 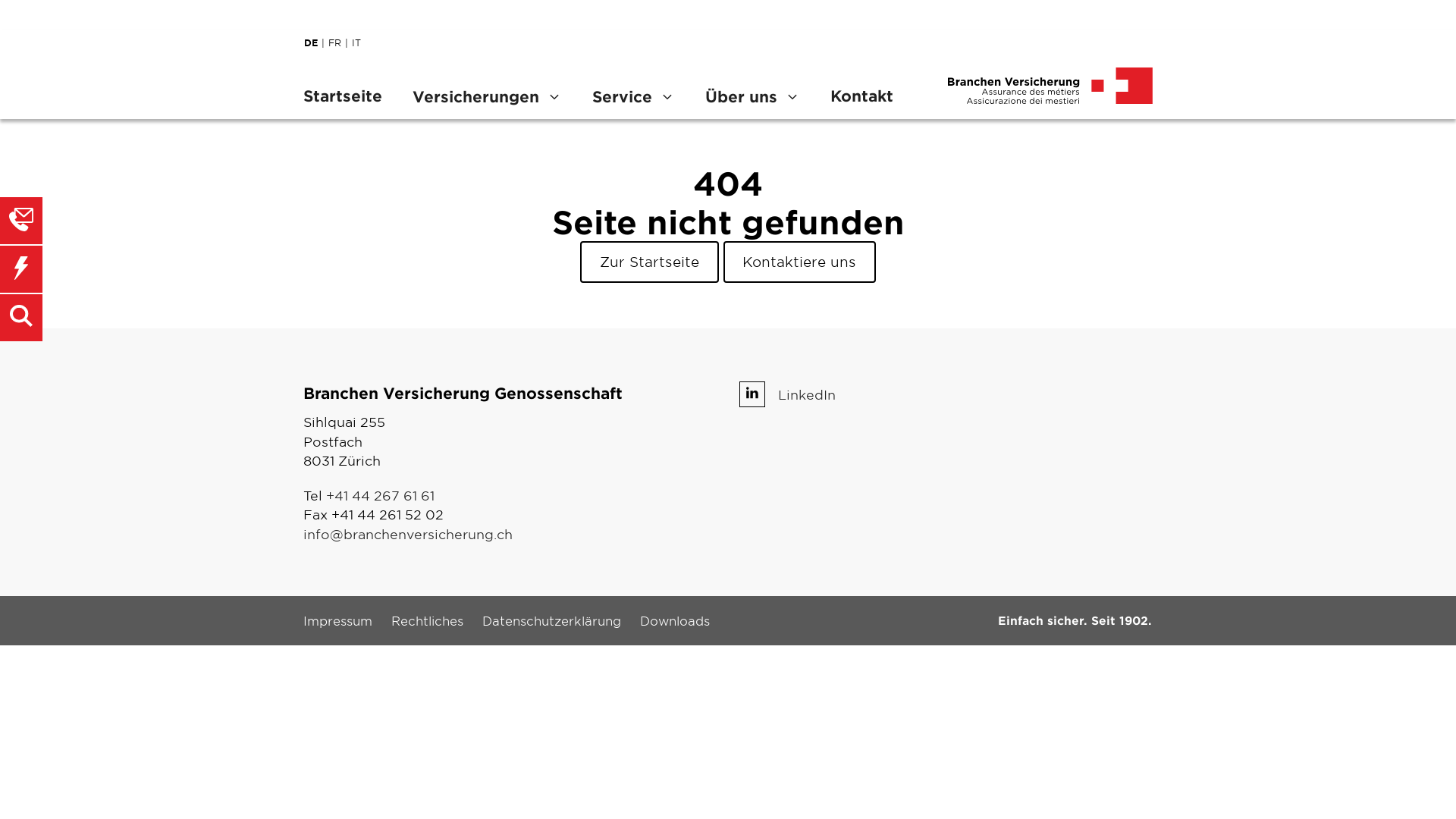 What do you see at coordinates (303, 96) in the screenshot?
I see `'Startseite'` at bounding box center [303, 96].